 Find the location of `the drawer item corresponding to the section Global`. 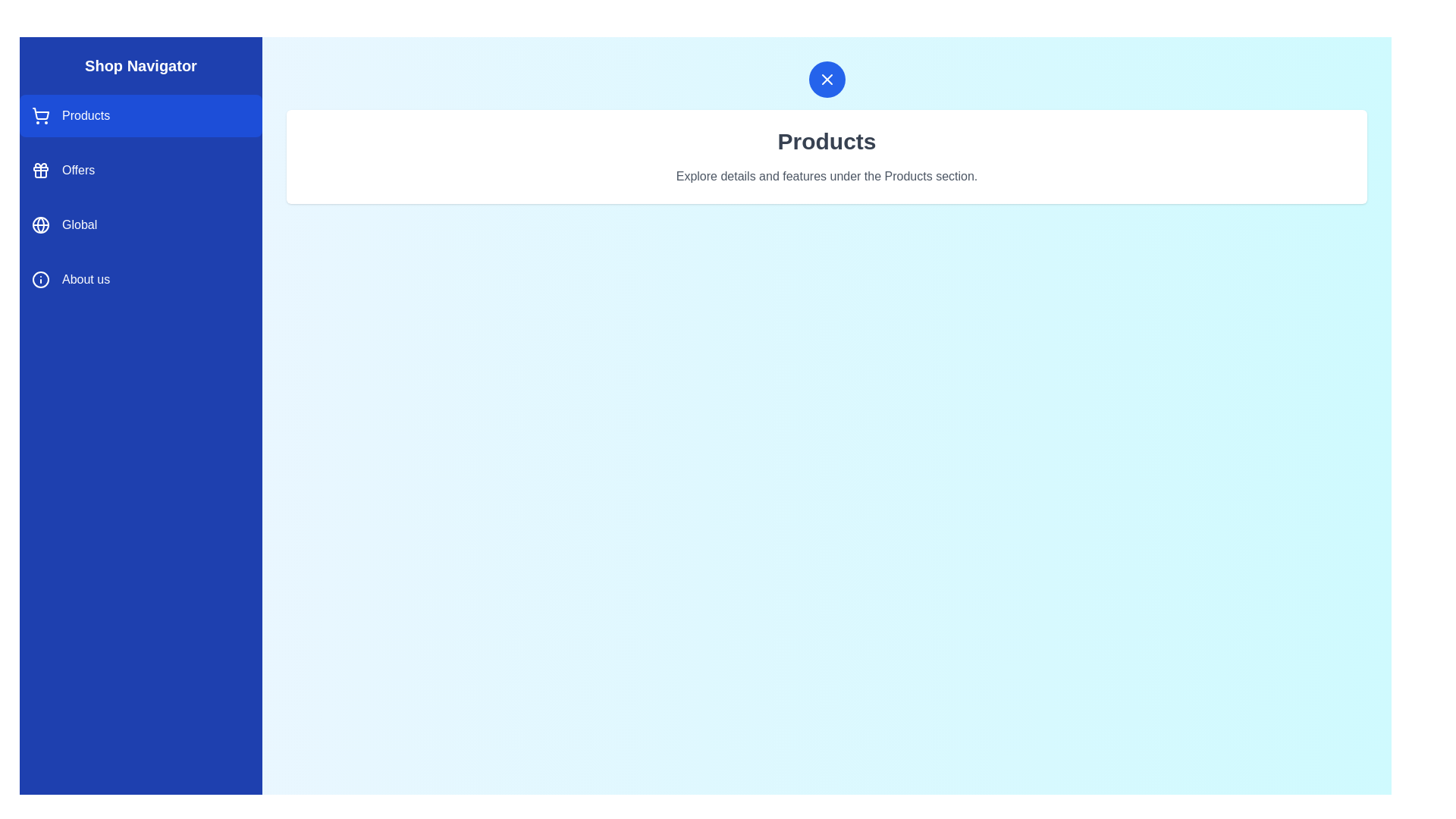

the drawer item corresponding to the section Global is located at coordinates (141, 225).